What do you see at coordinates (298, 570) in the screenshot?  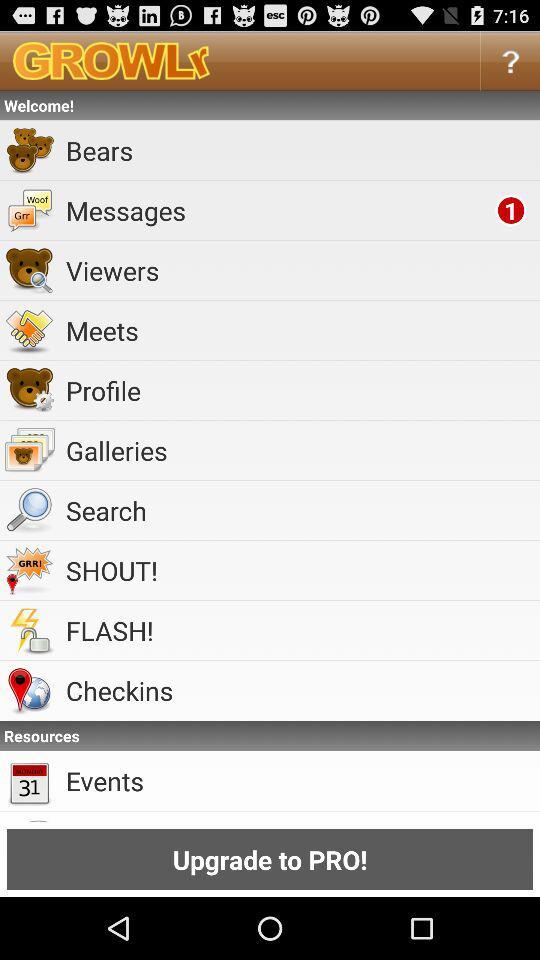 I see `the app above the flash! app` at bounding box center [298, 570].